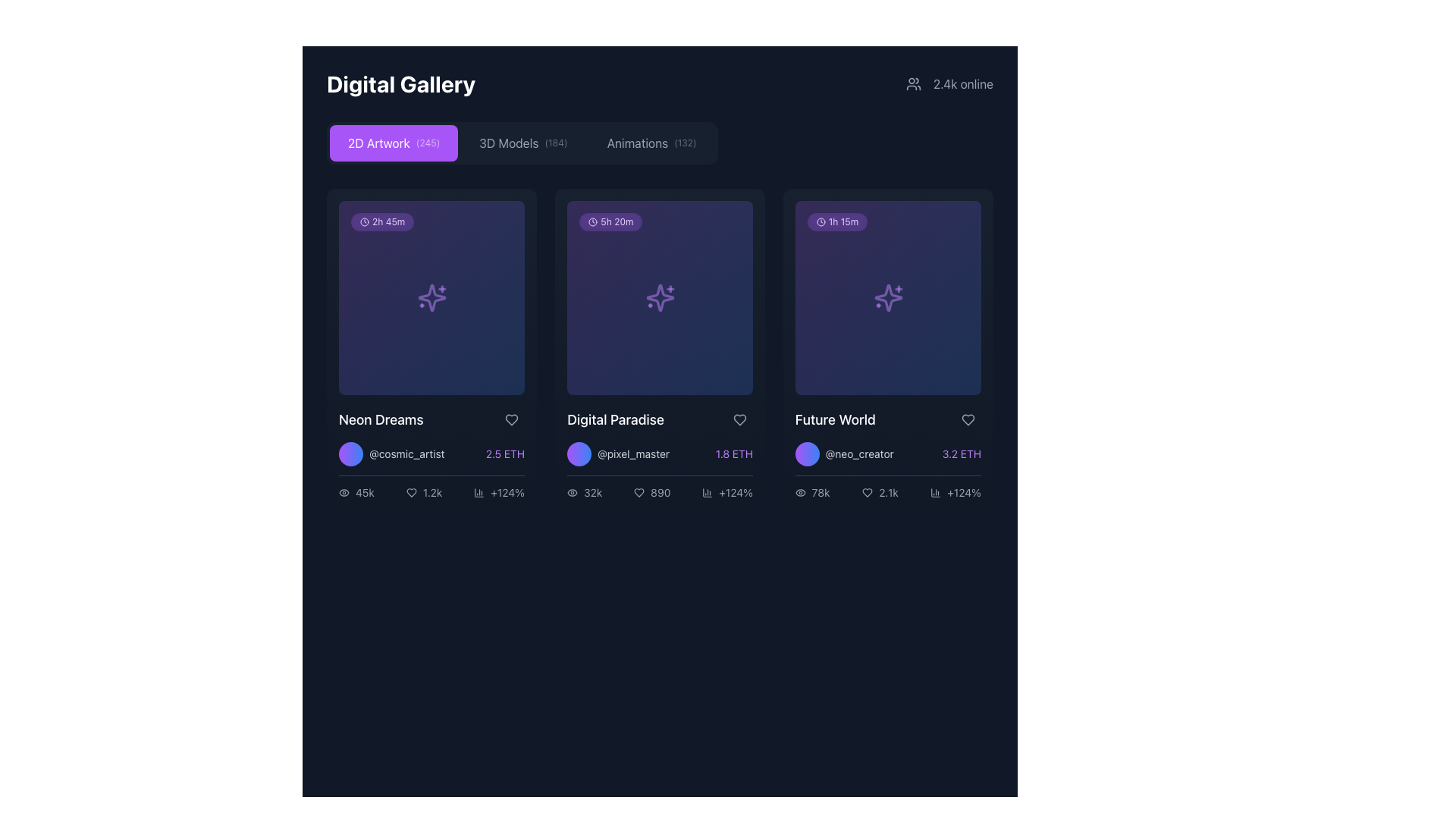  Describe the element at coordinates (888, 298) in the screenshot. I see `the decorative star-like icon with a light purple color located centrally in the 'Future World' card, above the text section` at that location.